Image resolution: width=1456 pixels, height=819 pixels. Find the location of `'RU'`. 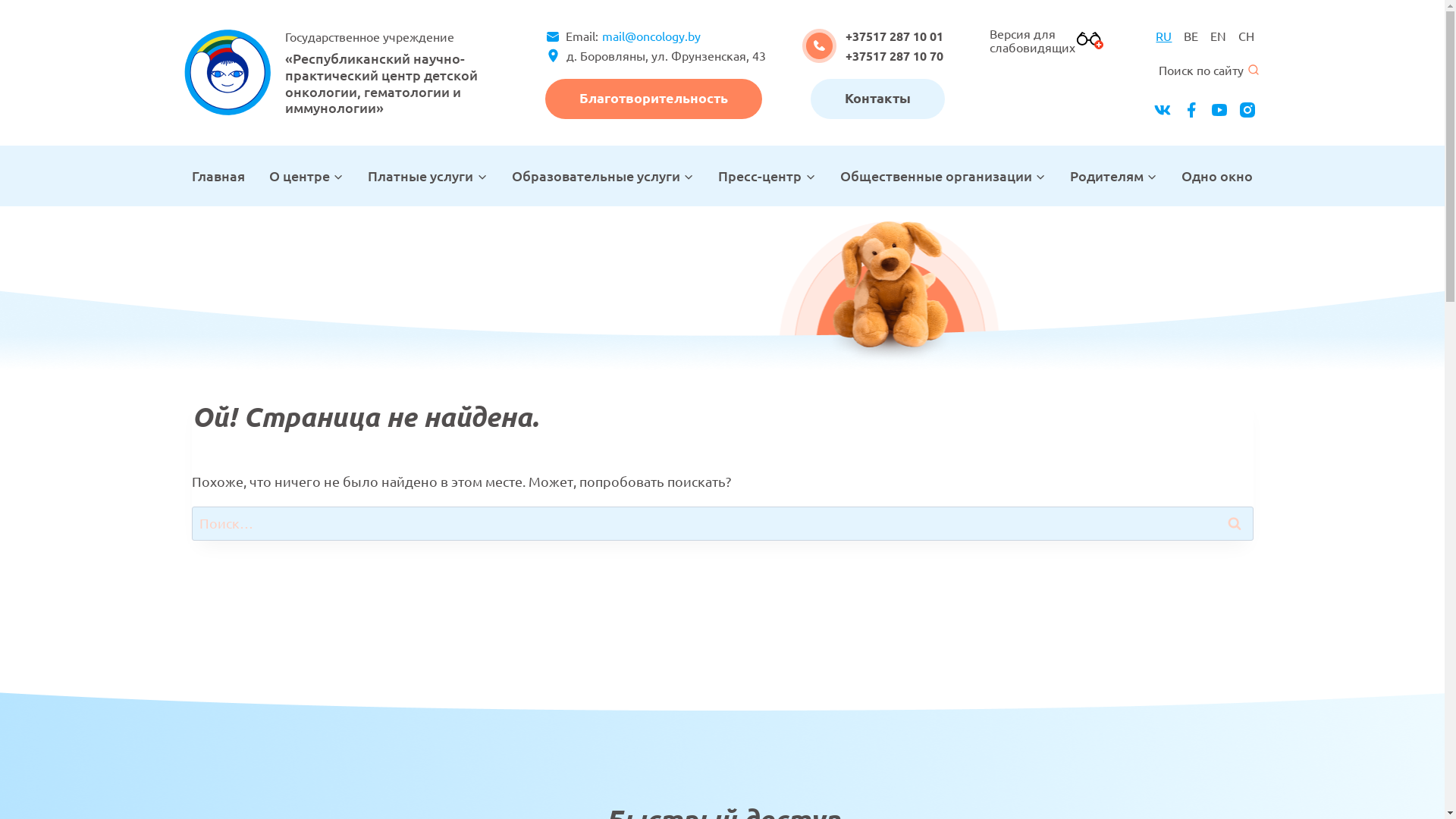

'RU' is located at coordinates (1163, 35).